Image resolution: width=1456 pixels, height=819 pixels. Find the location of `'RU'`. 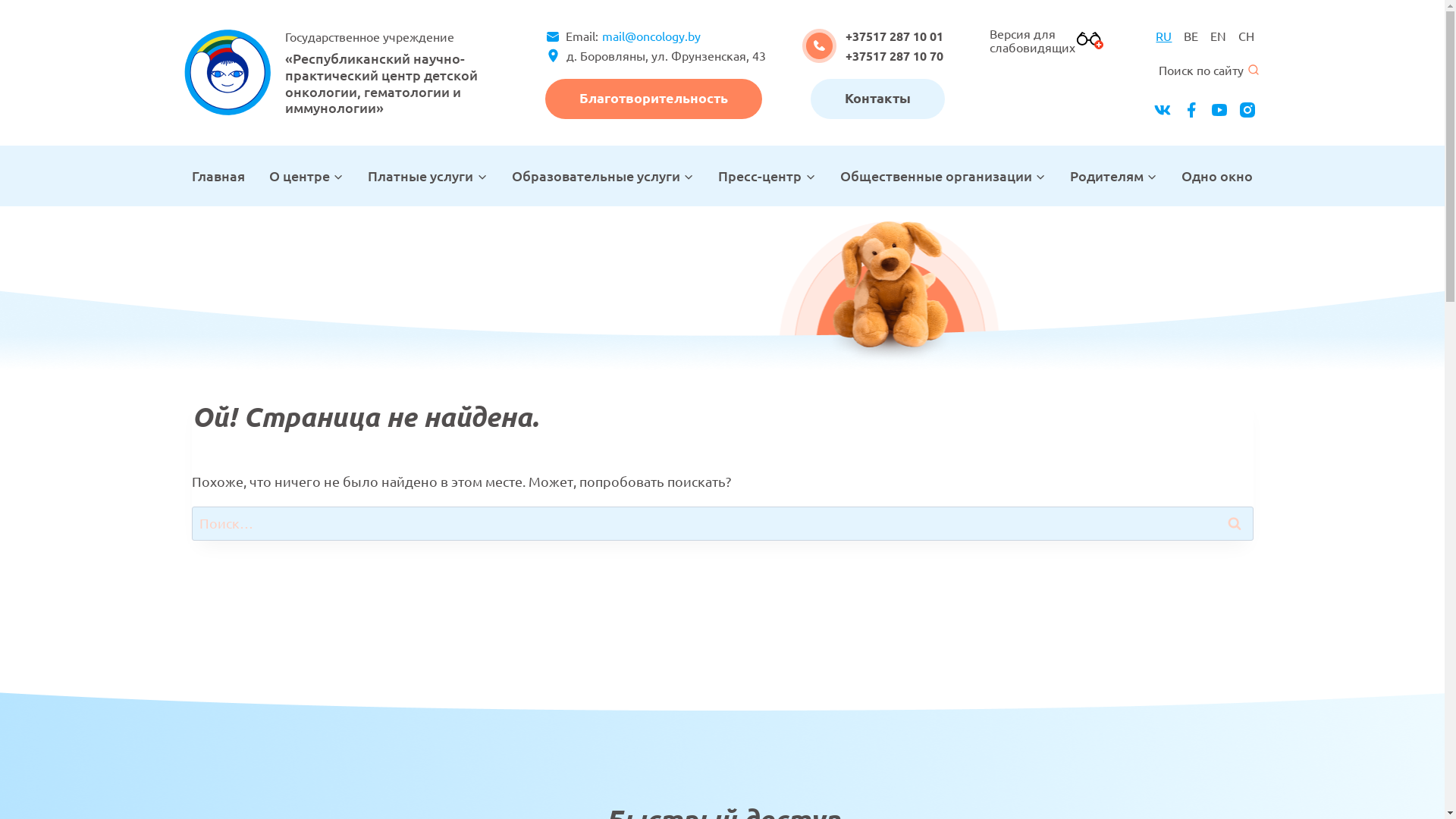

'RU' is located at coordinates (1163, 35).